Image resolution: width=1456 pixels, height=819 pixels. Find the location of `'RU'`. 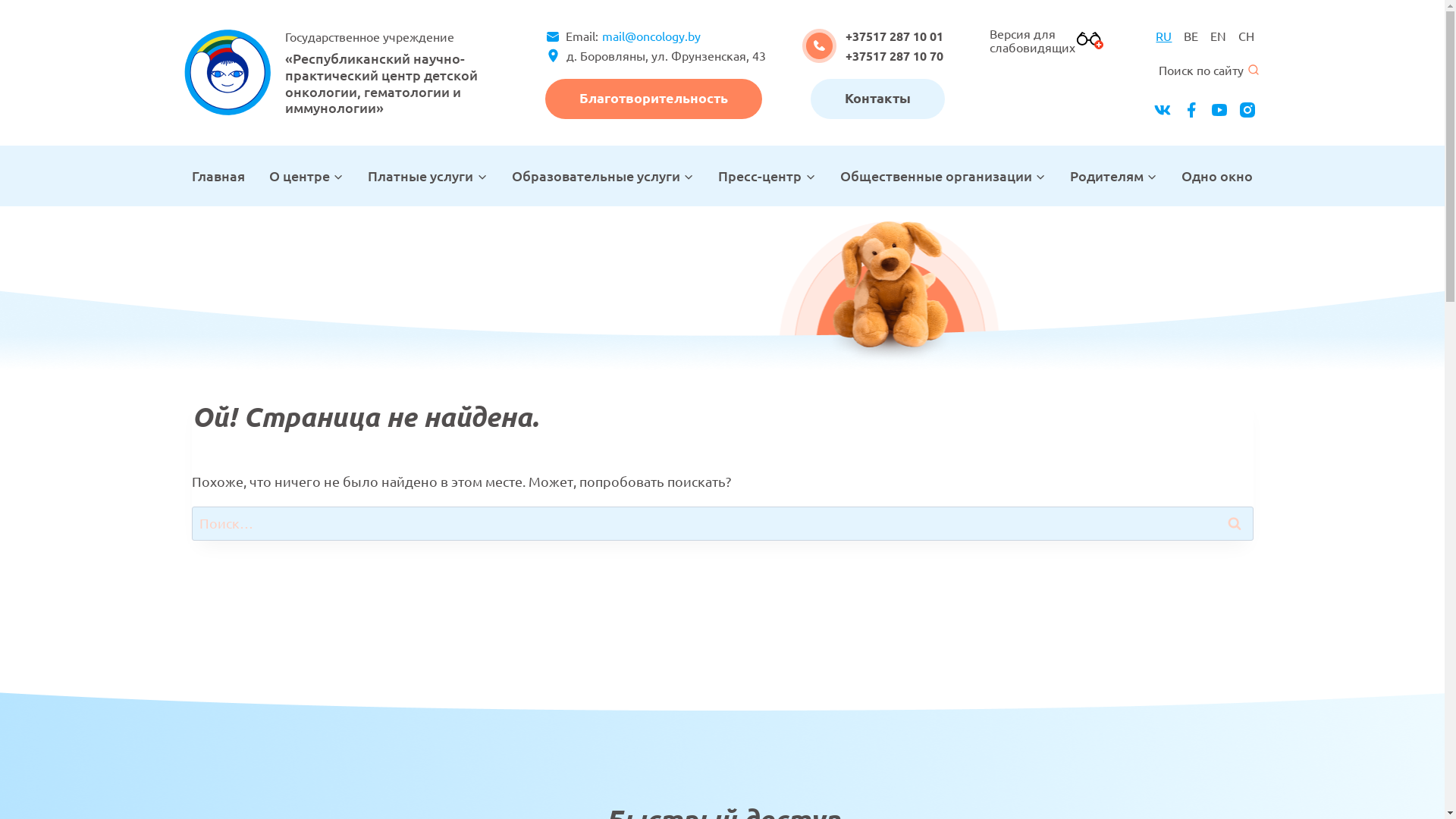

'RU' is located at coordinates (1163, 35).